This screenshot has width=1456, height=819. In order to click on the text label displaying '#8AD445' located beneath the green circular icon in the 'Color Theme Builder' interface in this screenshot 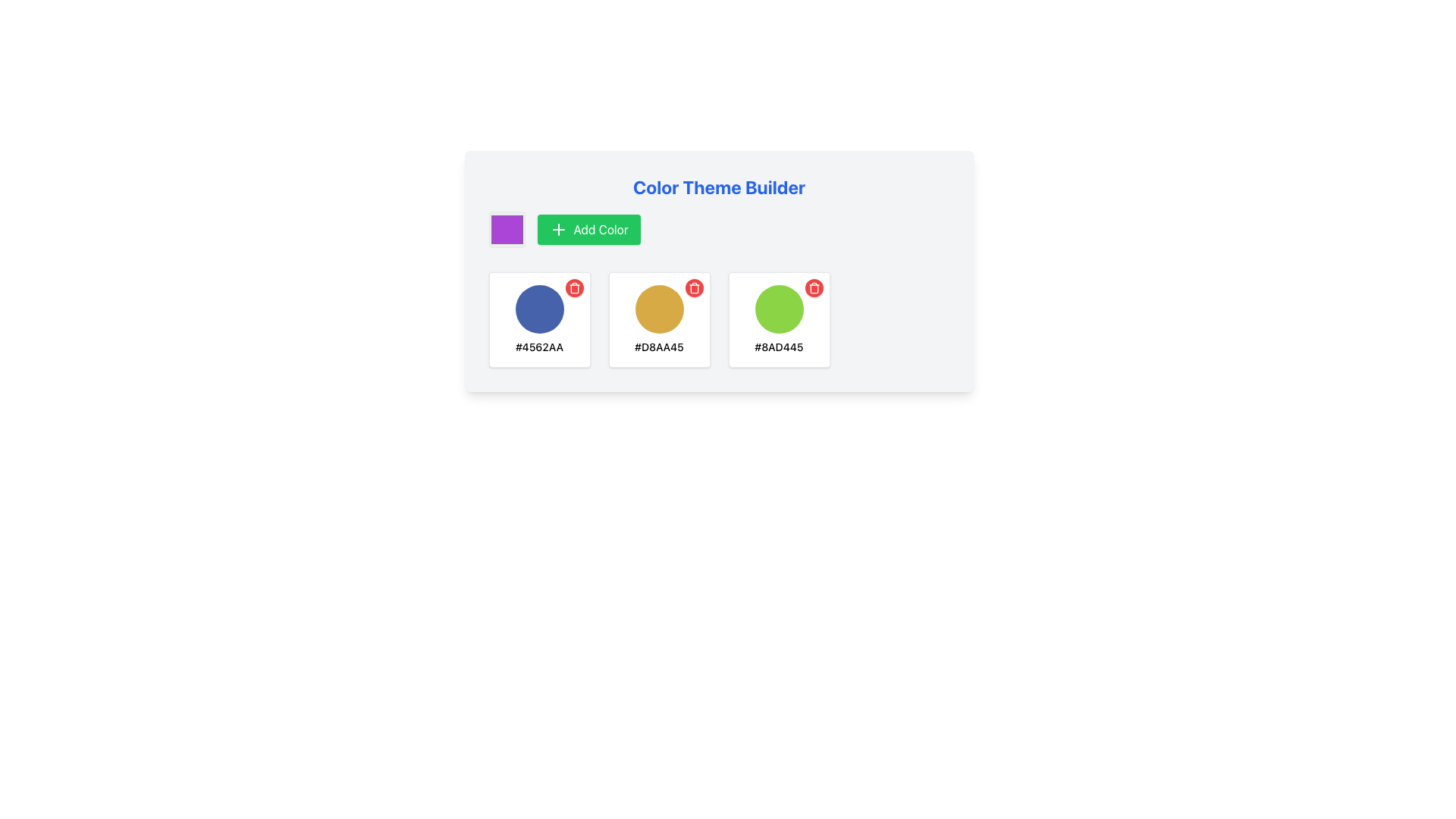, I will do `click(779, 347)`.